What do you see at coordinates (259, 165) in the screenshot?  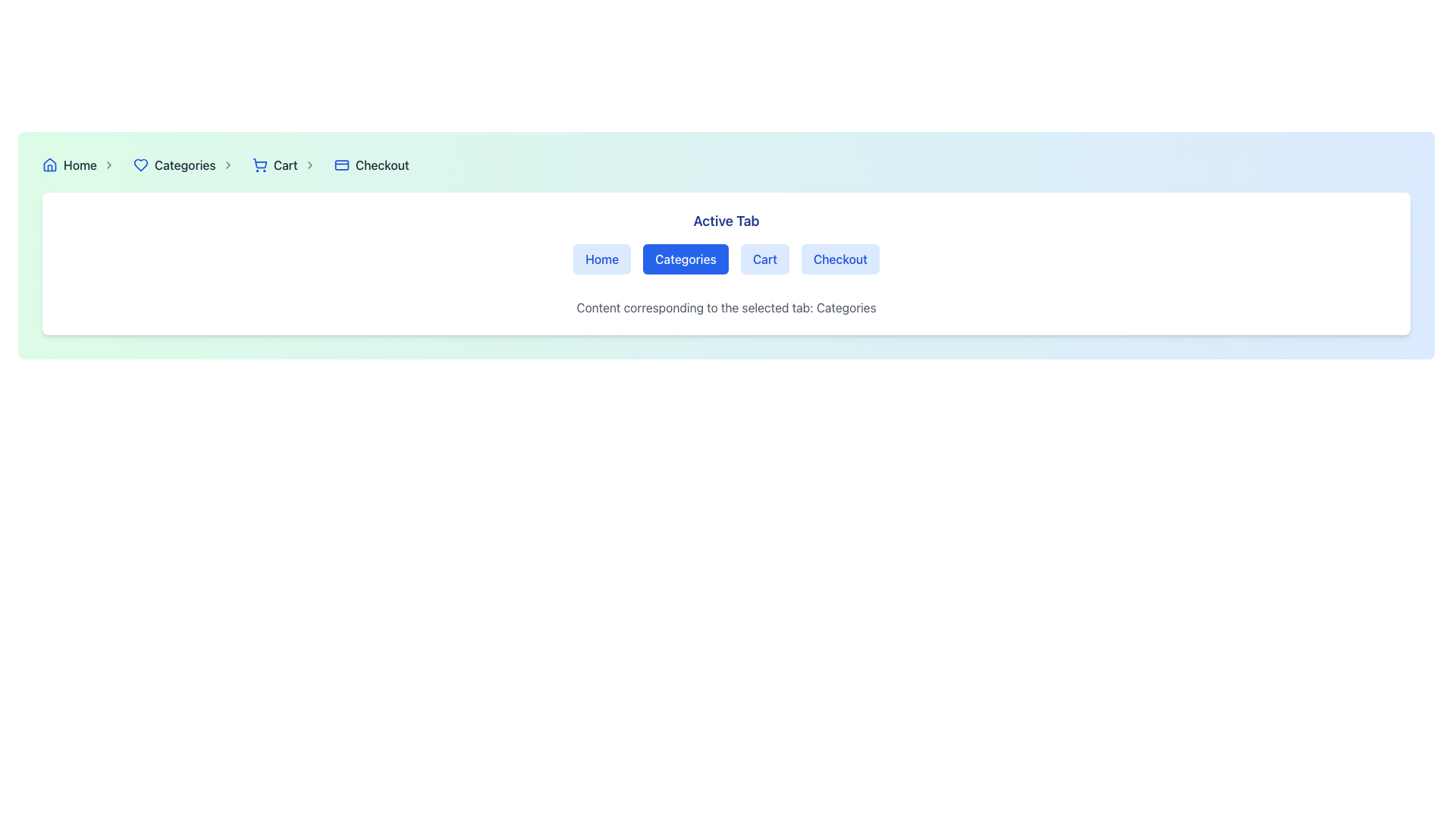 I see `the shopping cart icon, which is styled in blue and located within the breadcrumb navigation bar, preceding the 'Cart' text` at bounding box center [259, 165].